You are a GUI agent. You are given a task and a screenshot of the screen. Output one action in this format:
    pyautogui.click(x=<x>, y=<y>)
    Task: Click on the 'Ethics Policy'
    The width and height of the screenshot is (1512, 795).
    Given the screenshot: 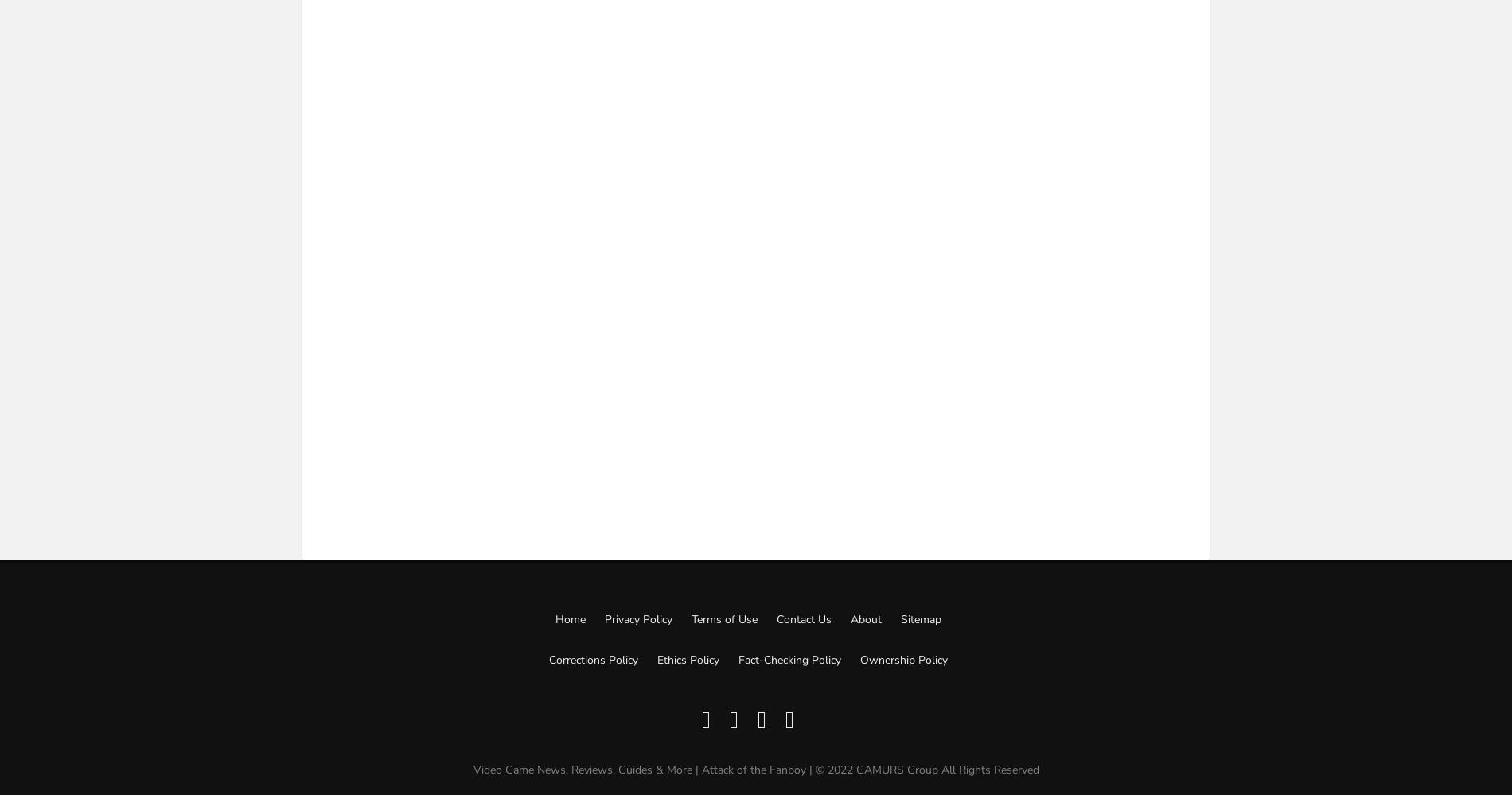 What is the action you would take?
    pyautogui.click(x=686, y=659)
    